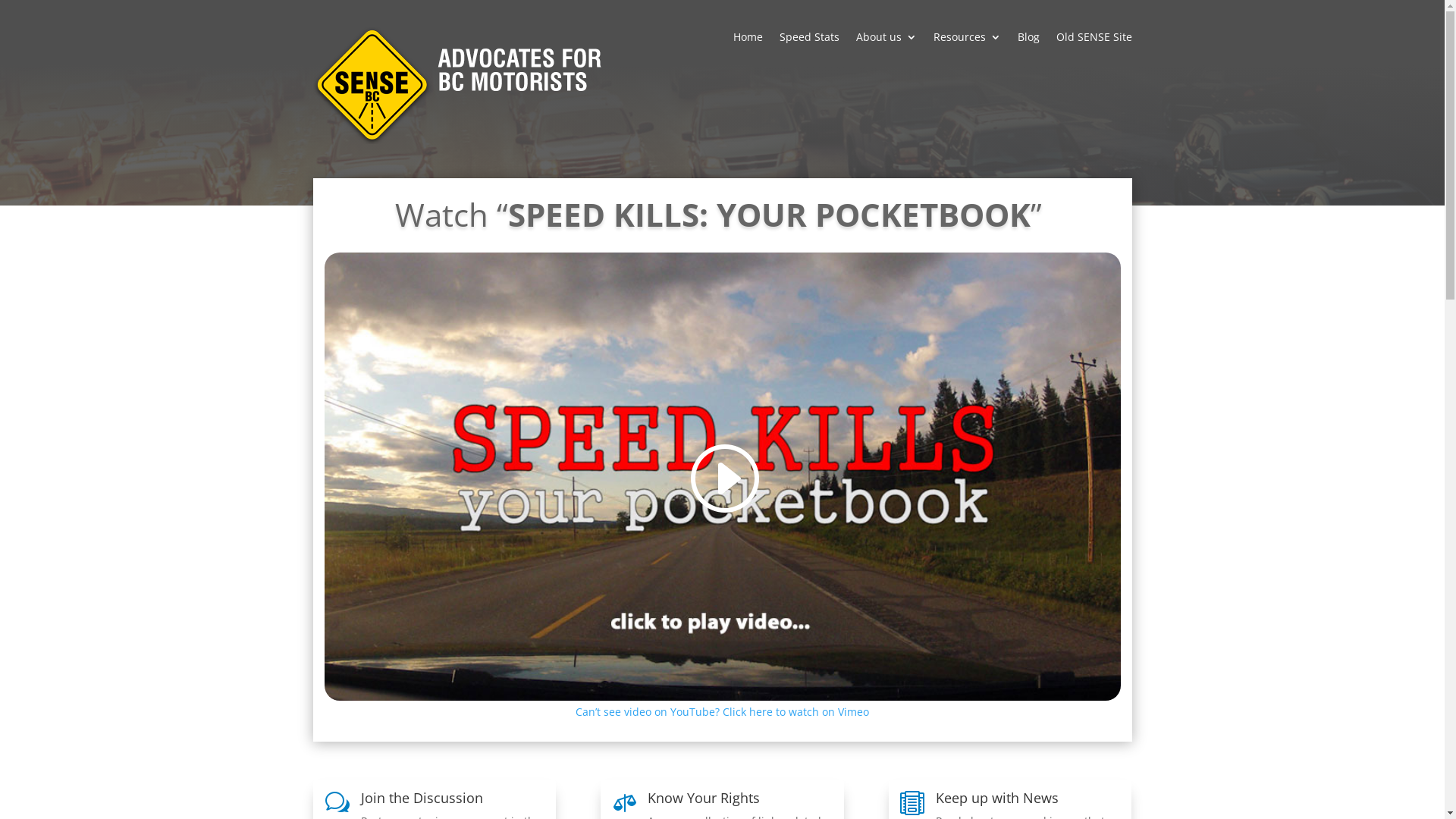 The width and height of the screenshot is (1456, 819). I want to click on 'Blog', so click(1028, 47).